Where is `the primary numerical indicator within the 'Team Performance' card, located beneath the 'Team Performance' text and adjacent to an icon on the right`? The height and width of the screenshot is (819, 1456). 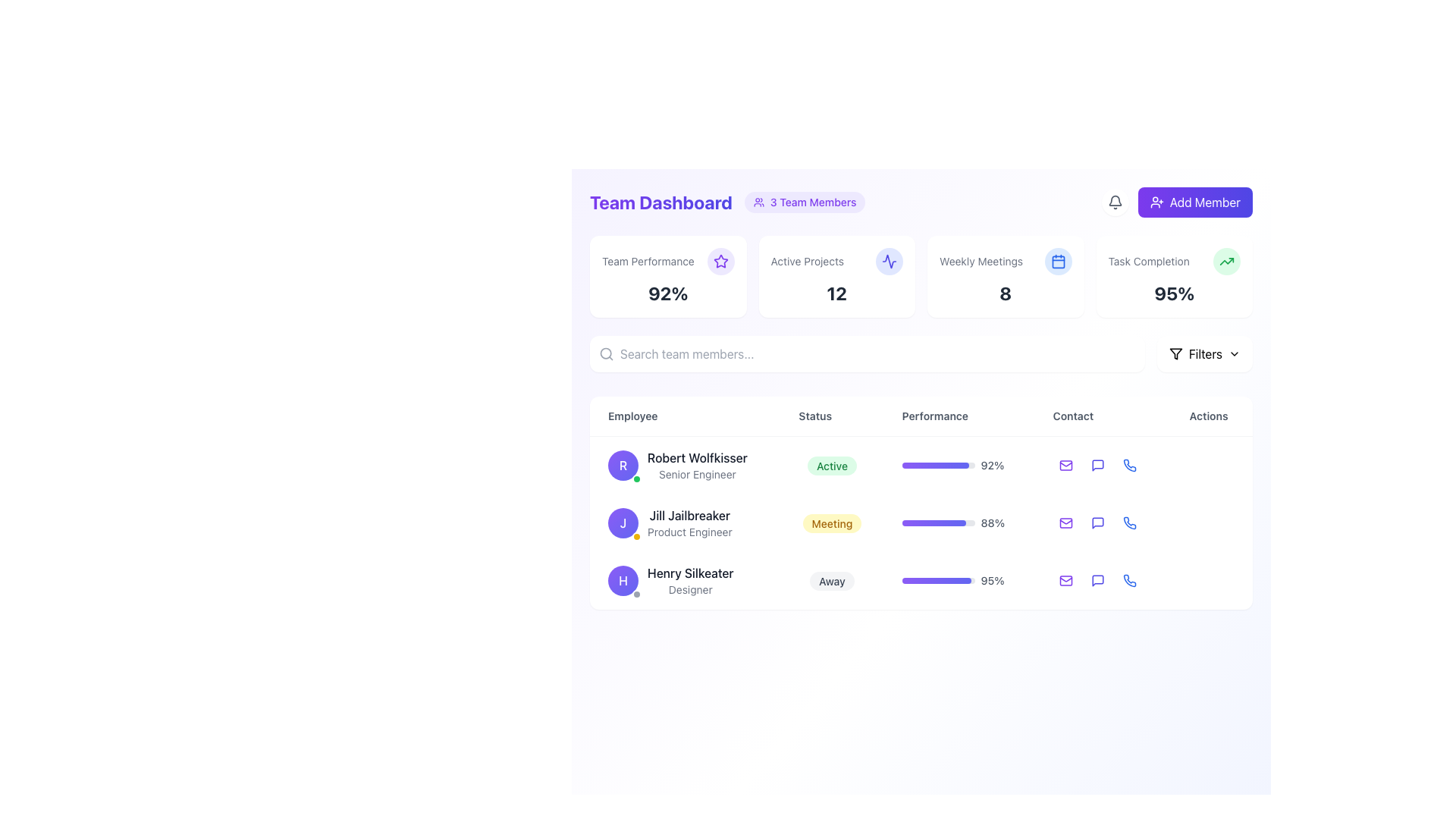
the primary numerical indicator within the 'Team Performance' card, located beneath the 'Team Performance' text and adjacent to an icon on the right is located at coordinates (667, 293).